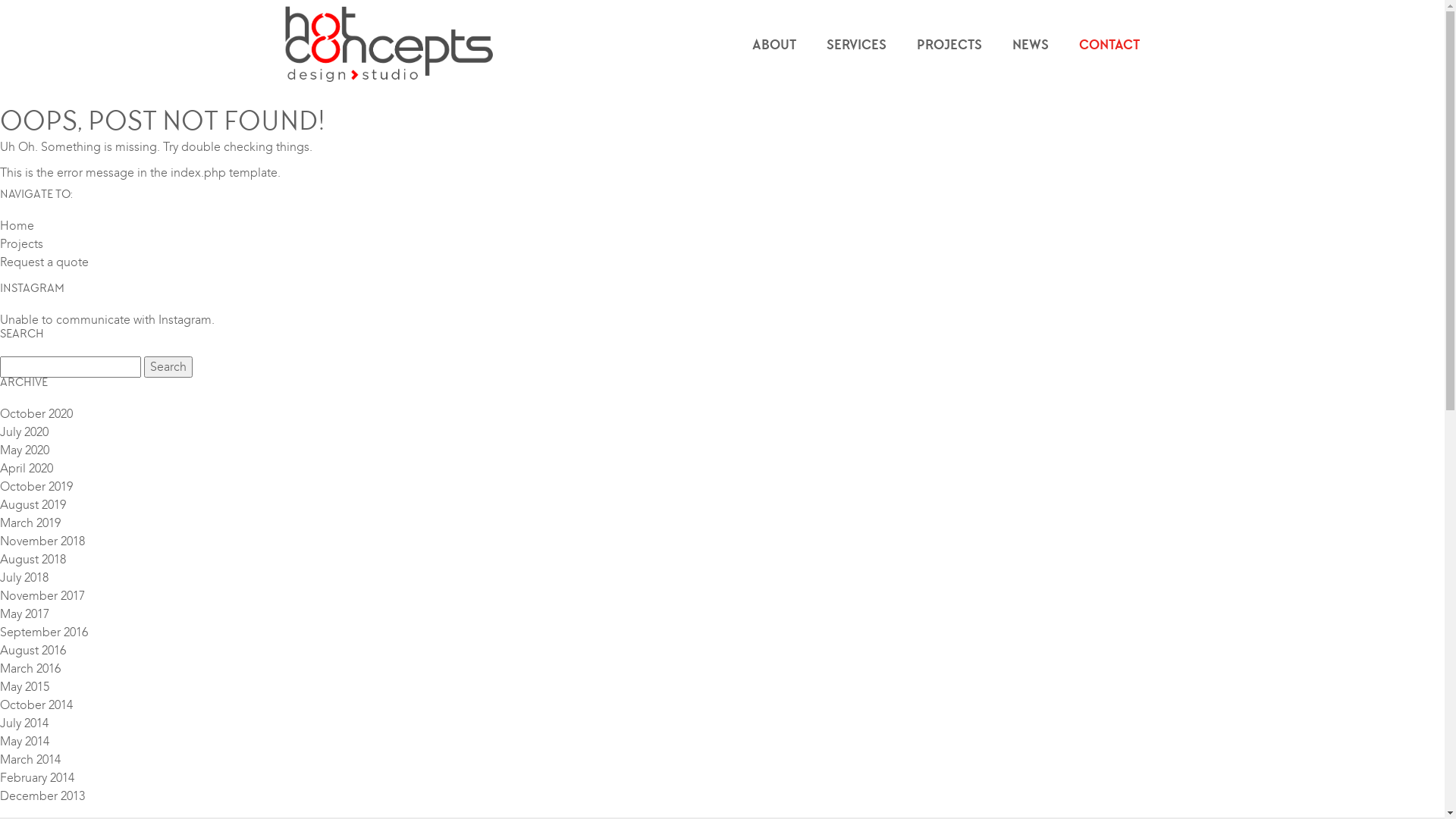 This screenshot has height=819, width=1456. I want to click on 'March 2016', so click(30, 668).